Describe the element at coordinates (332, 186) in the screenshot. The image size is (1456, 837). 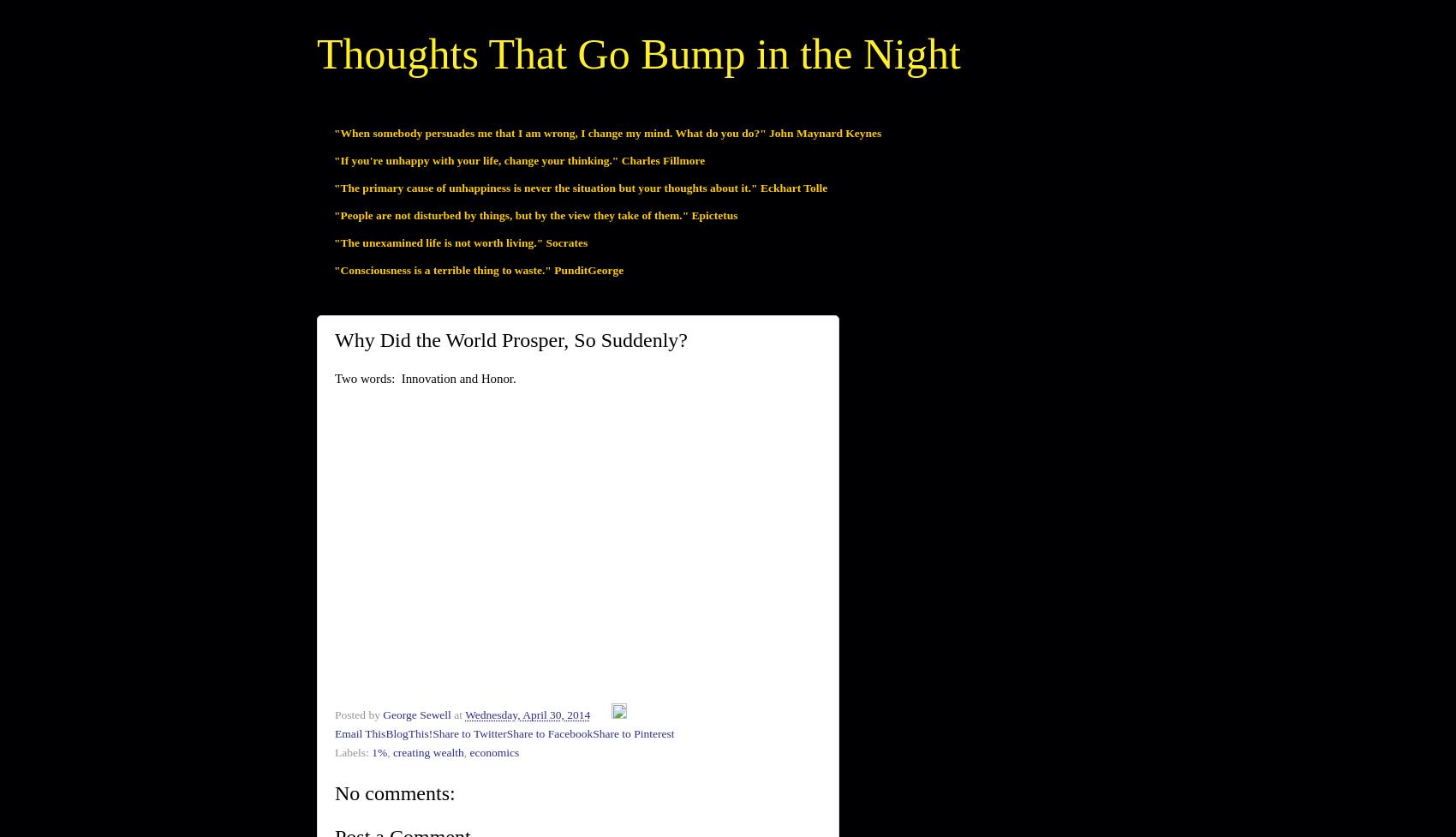
I see `'"The primary cause of unhappiness is never the situation but your thoughts about it." Eckhart Tolle'` at that location.